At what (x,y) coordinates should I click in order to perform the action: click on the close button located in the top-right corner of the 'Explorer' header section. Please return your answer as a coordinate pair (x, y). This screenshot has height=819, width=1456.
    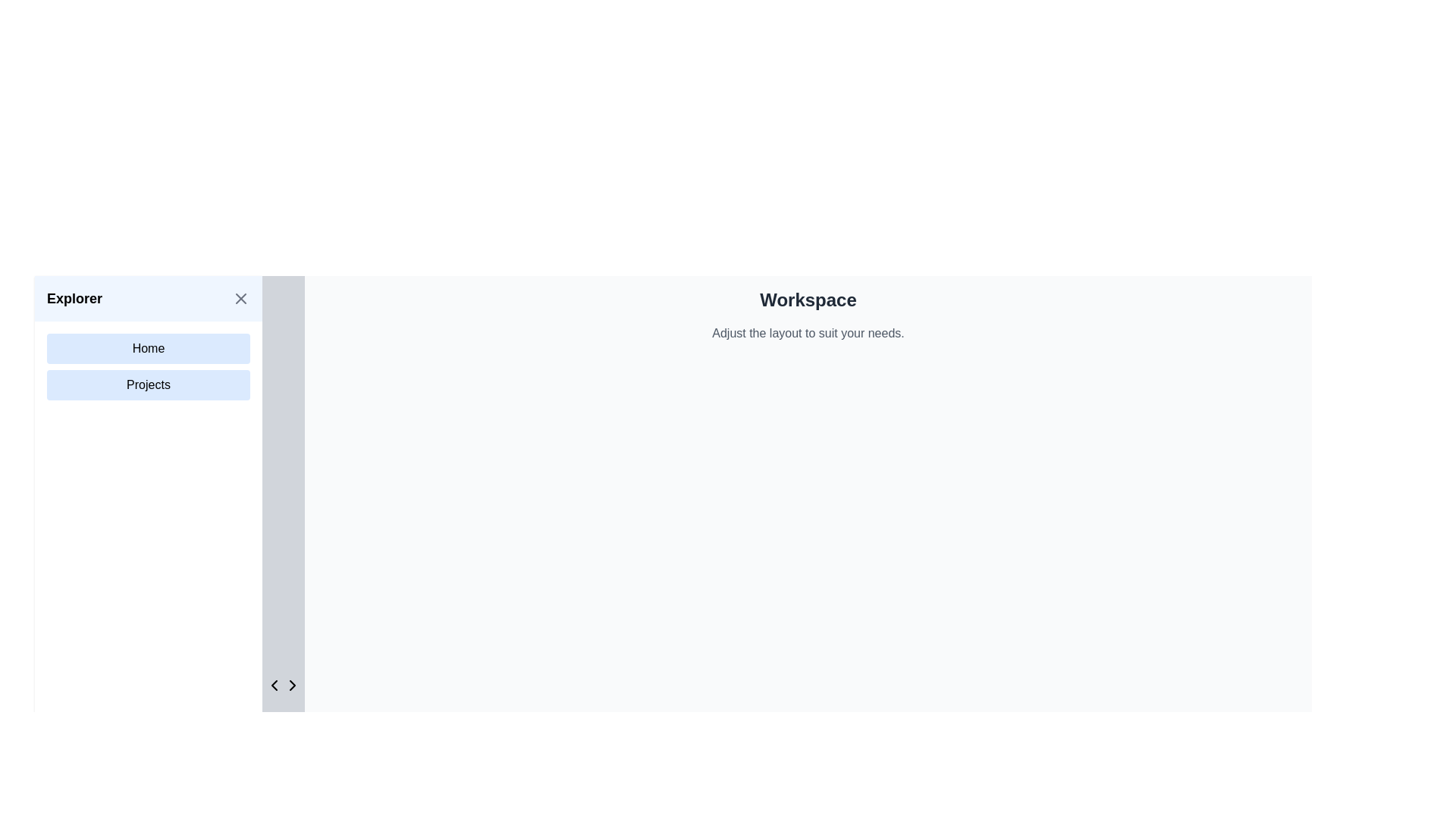
    Looking at the image, I should click on (240, 298).